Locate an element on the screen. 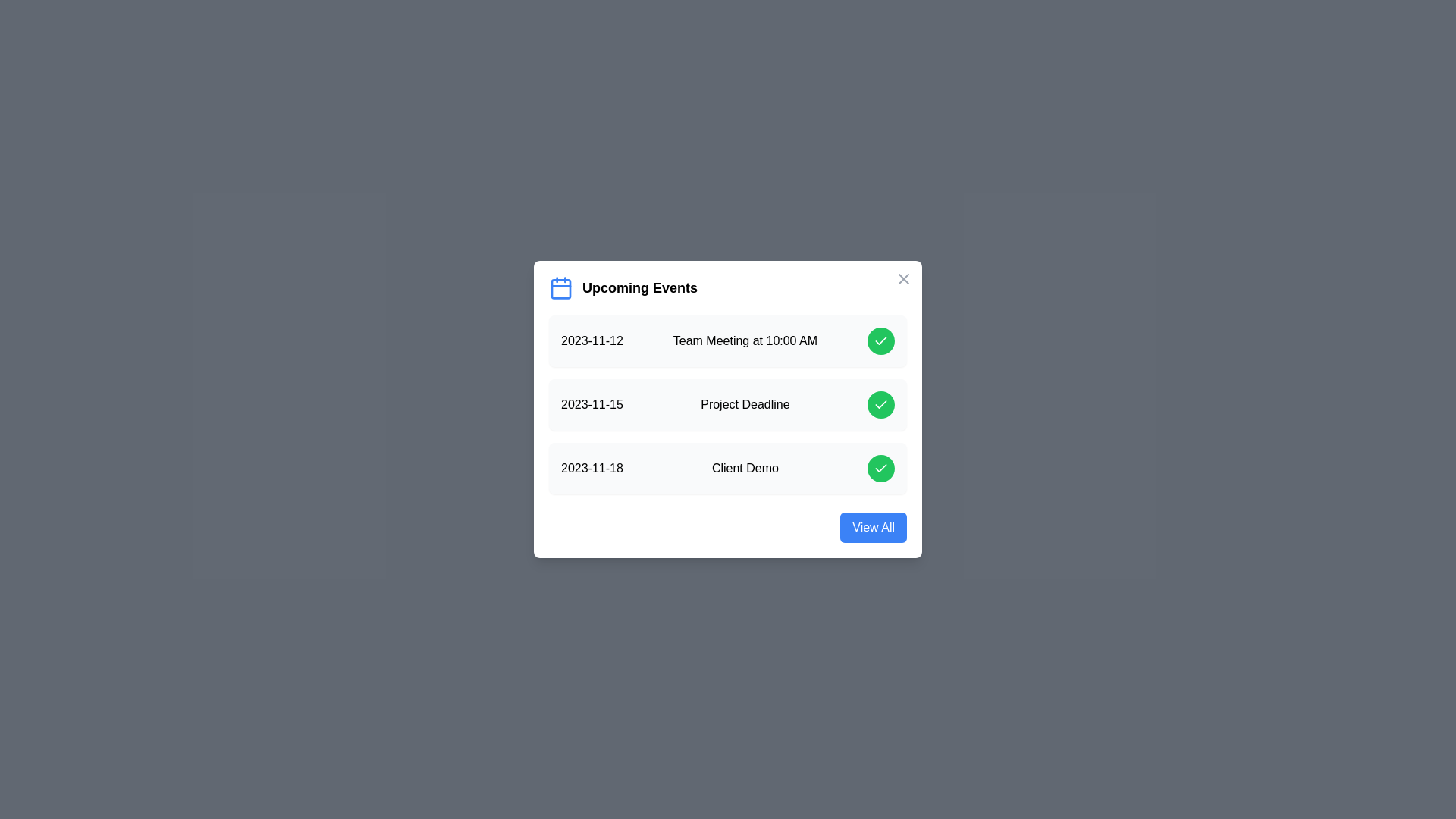  the close button in the top-right corner of the dialog is located at coordinates (903, 278).